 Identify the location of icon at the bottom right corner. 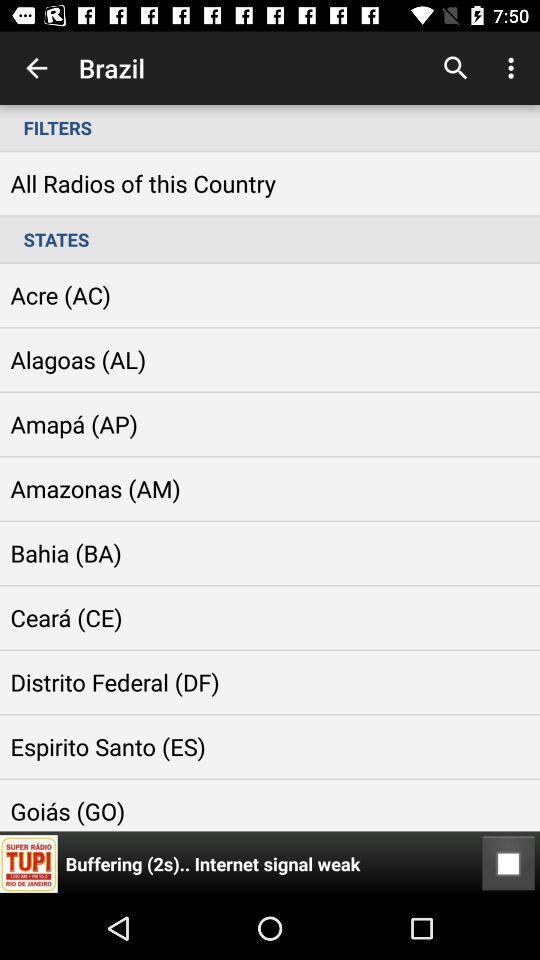
(508, 863).